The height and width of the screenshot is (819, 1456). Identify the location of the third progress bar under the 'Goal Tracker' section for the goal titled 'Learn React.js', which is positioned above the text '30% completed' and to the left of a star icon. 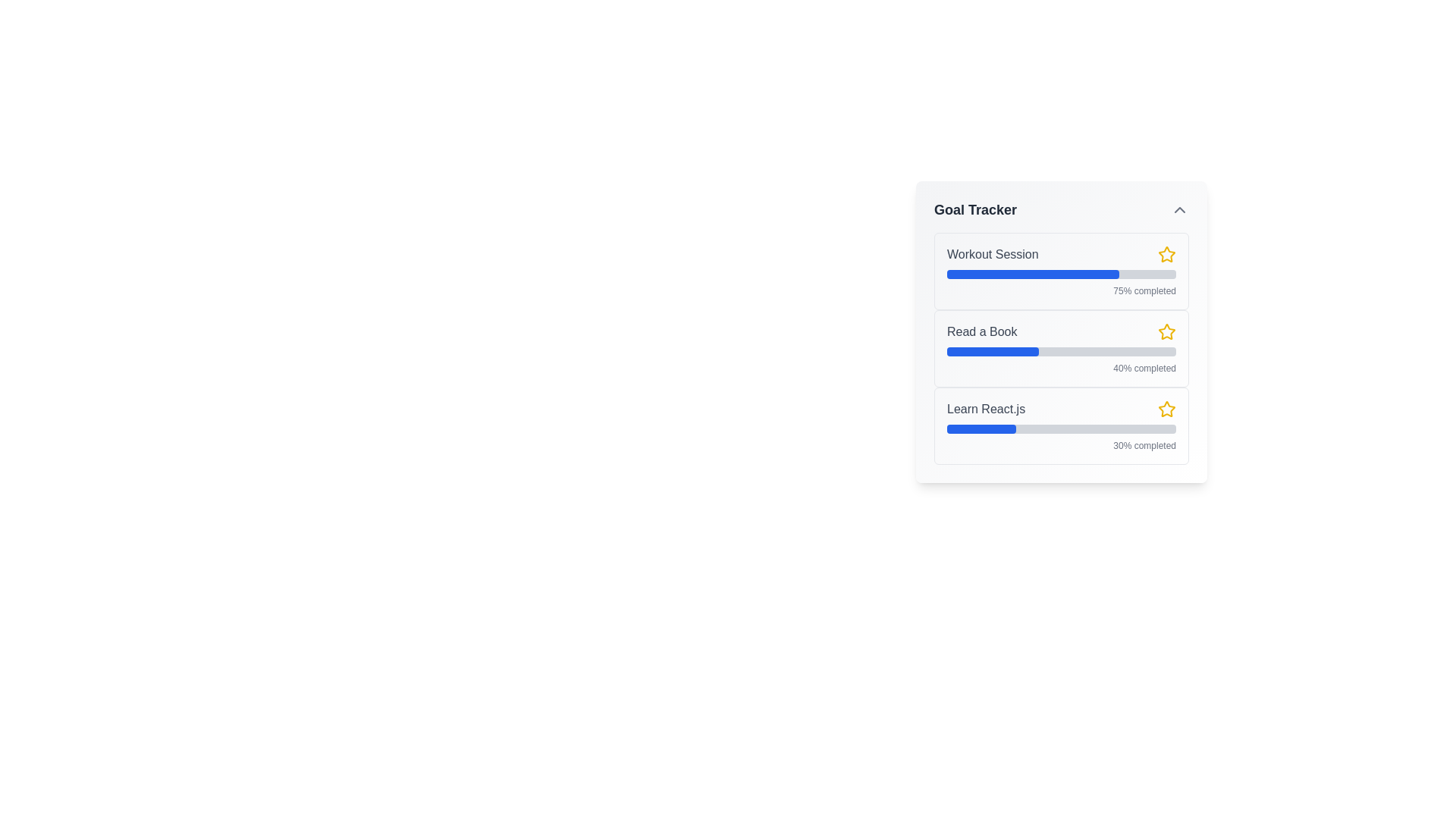
(1061, 429).